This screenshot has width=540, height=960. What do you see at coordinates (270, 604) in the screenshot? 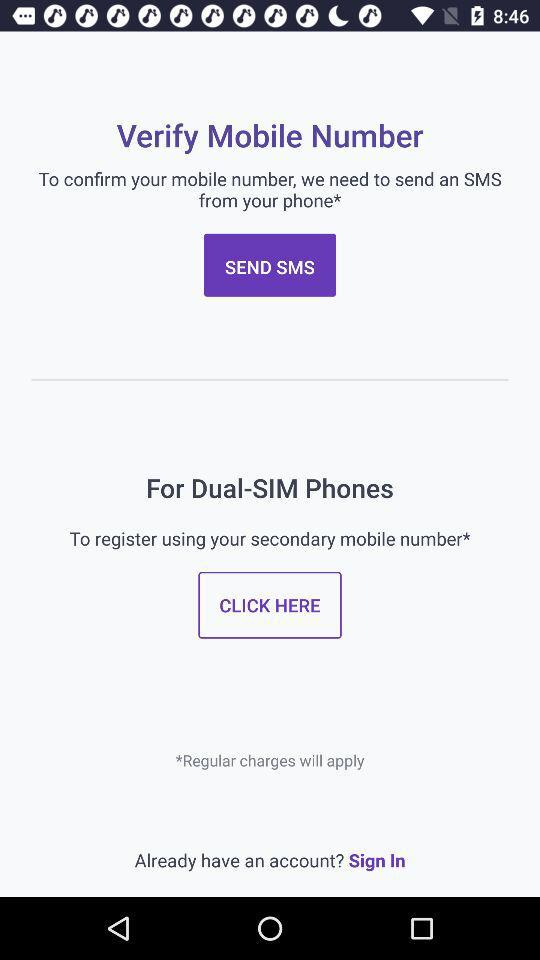
I see `the click here` at bounding box center [270, 604].